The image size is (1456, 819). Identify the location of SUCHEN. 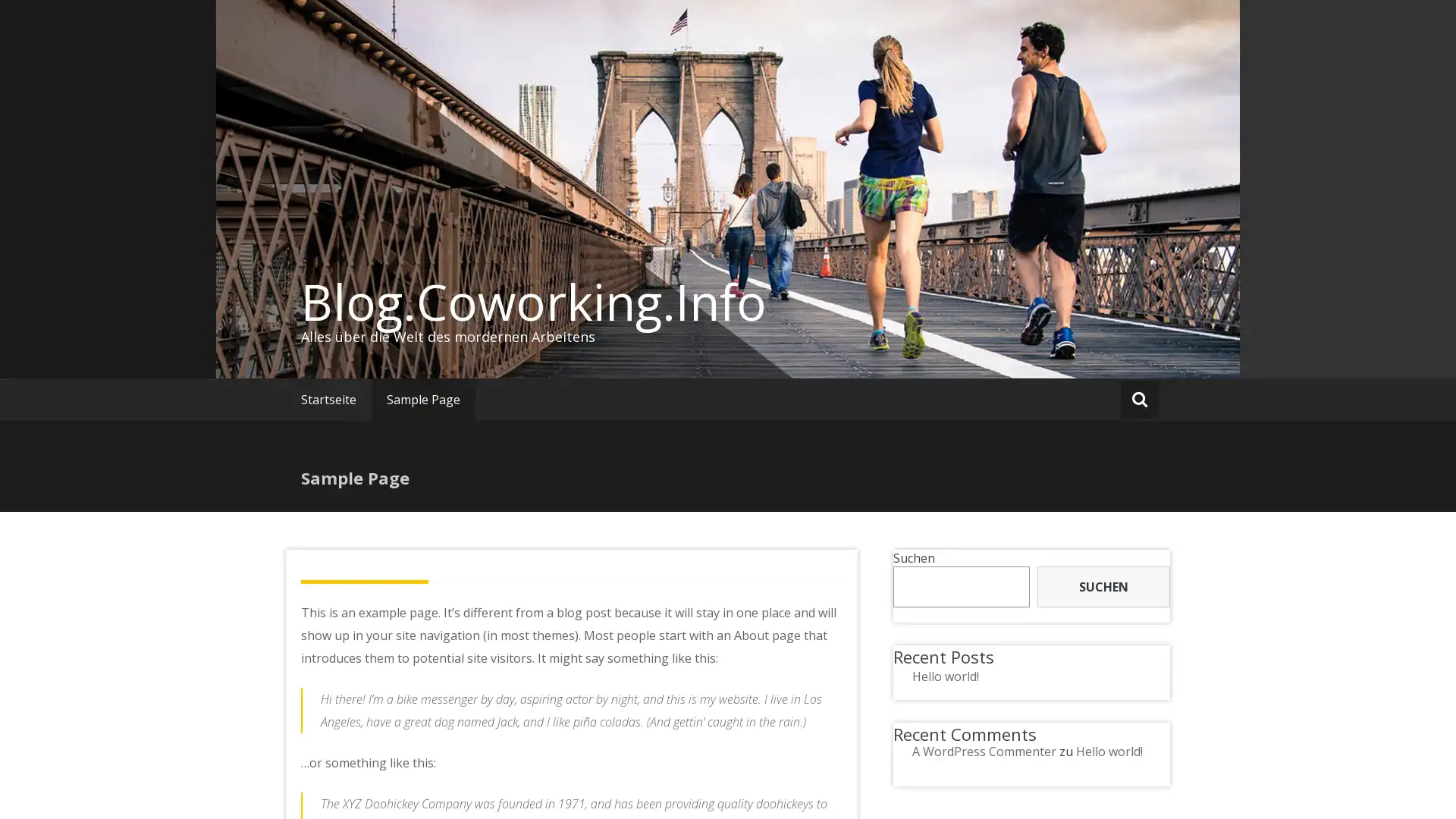
(1103, 586).